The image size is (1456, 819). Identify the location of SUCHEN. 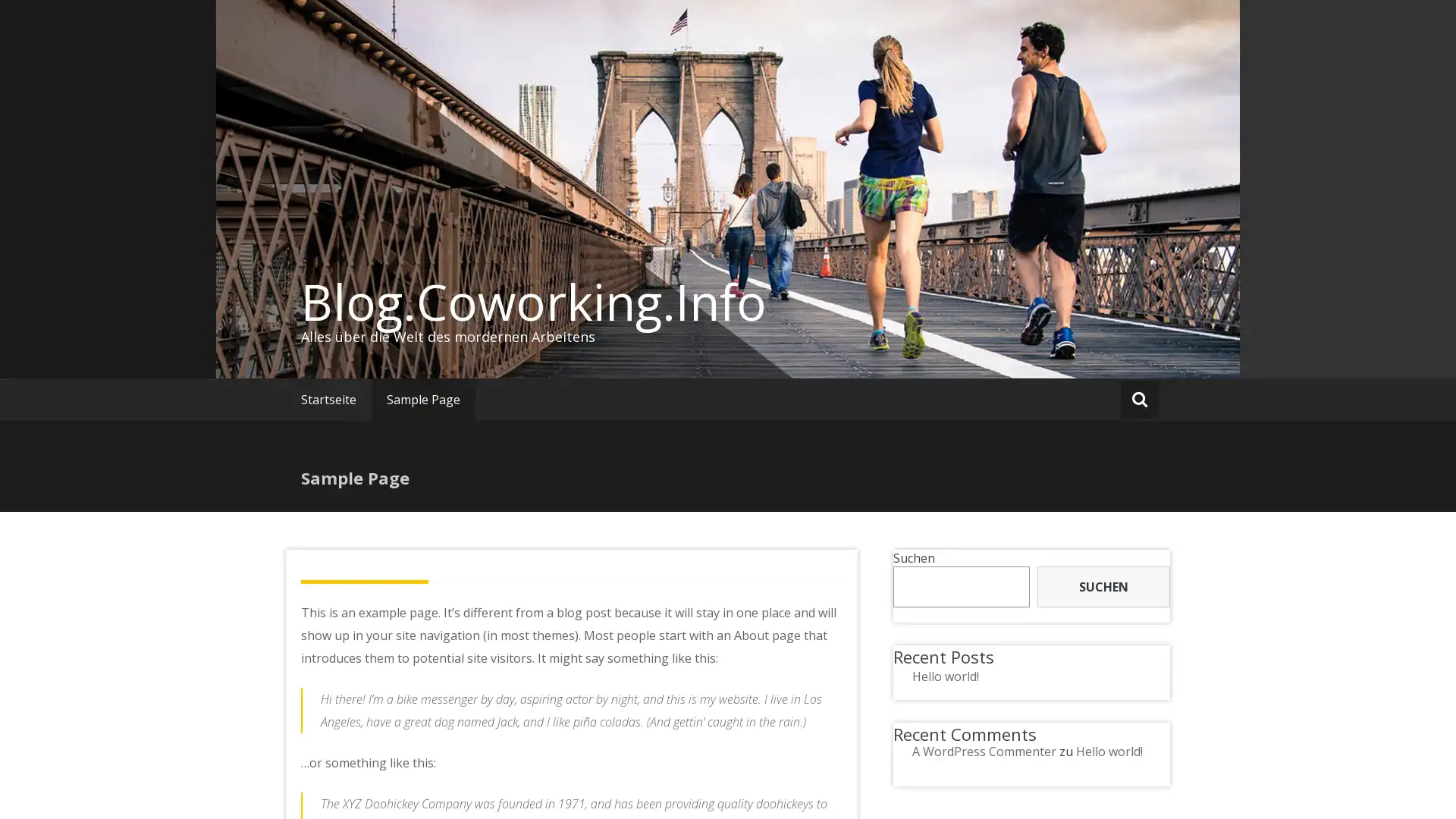
(1103, 586).